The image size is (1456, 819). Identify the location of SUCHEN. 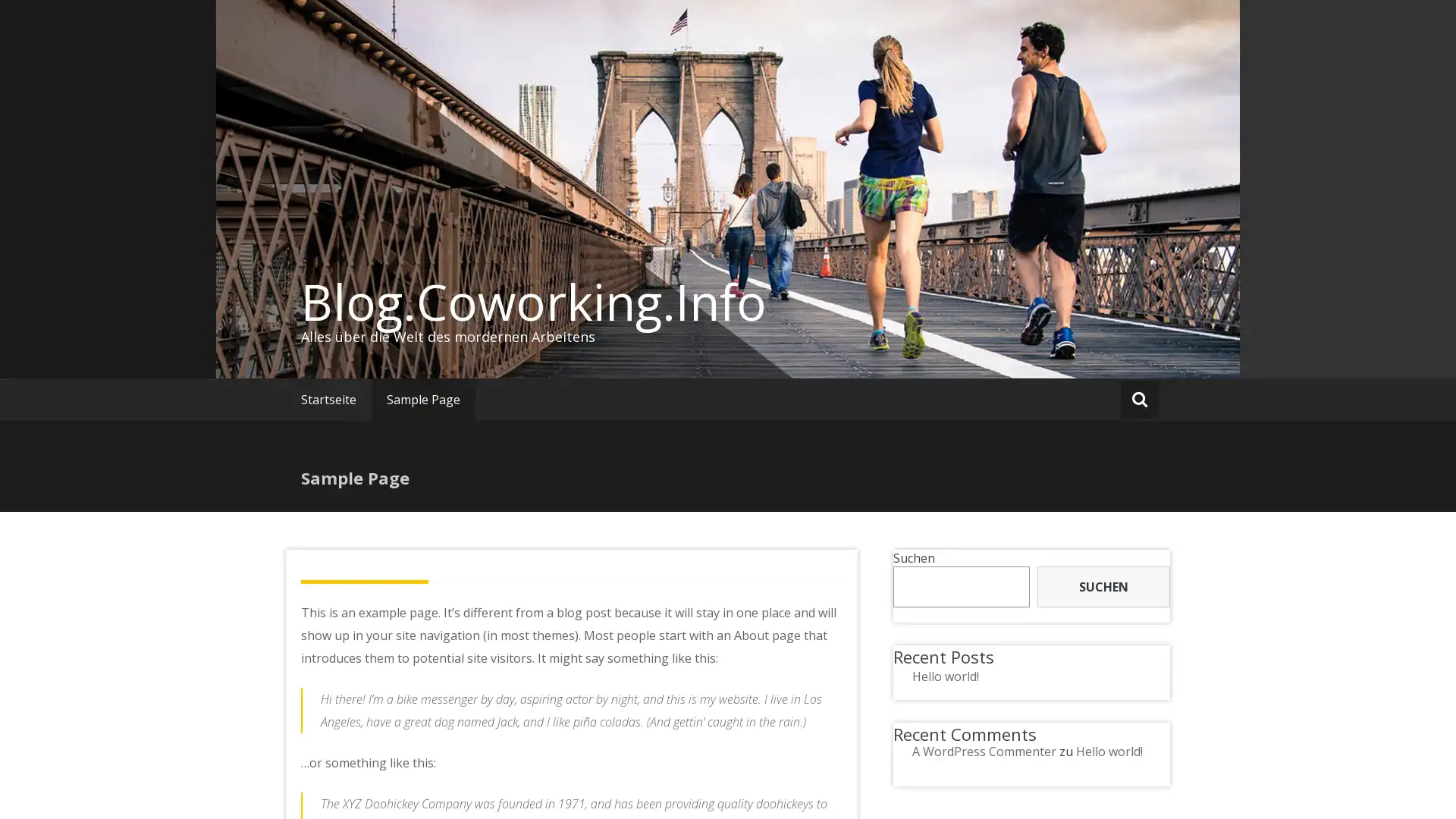
(1103, 586).